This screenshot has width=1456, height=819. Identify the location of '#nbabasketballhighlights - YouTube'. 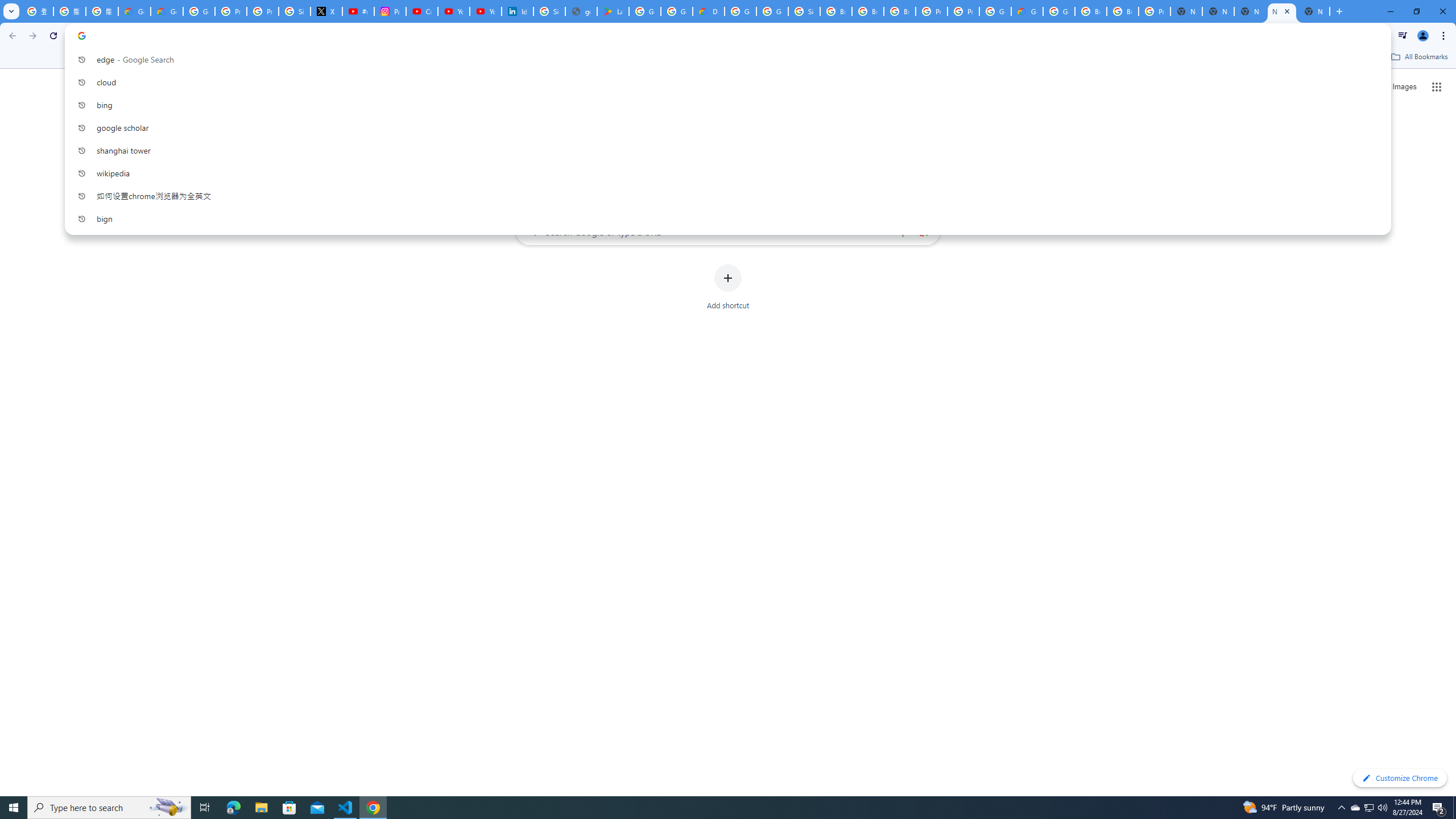
(359, 11).